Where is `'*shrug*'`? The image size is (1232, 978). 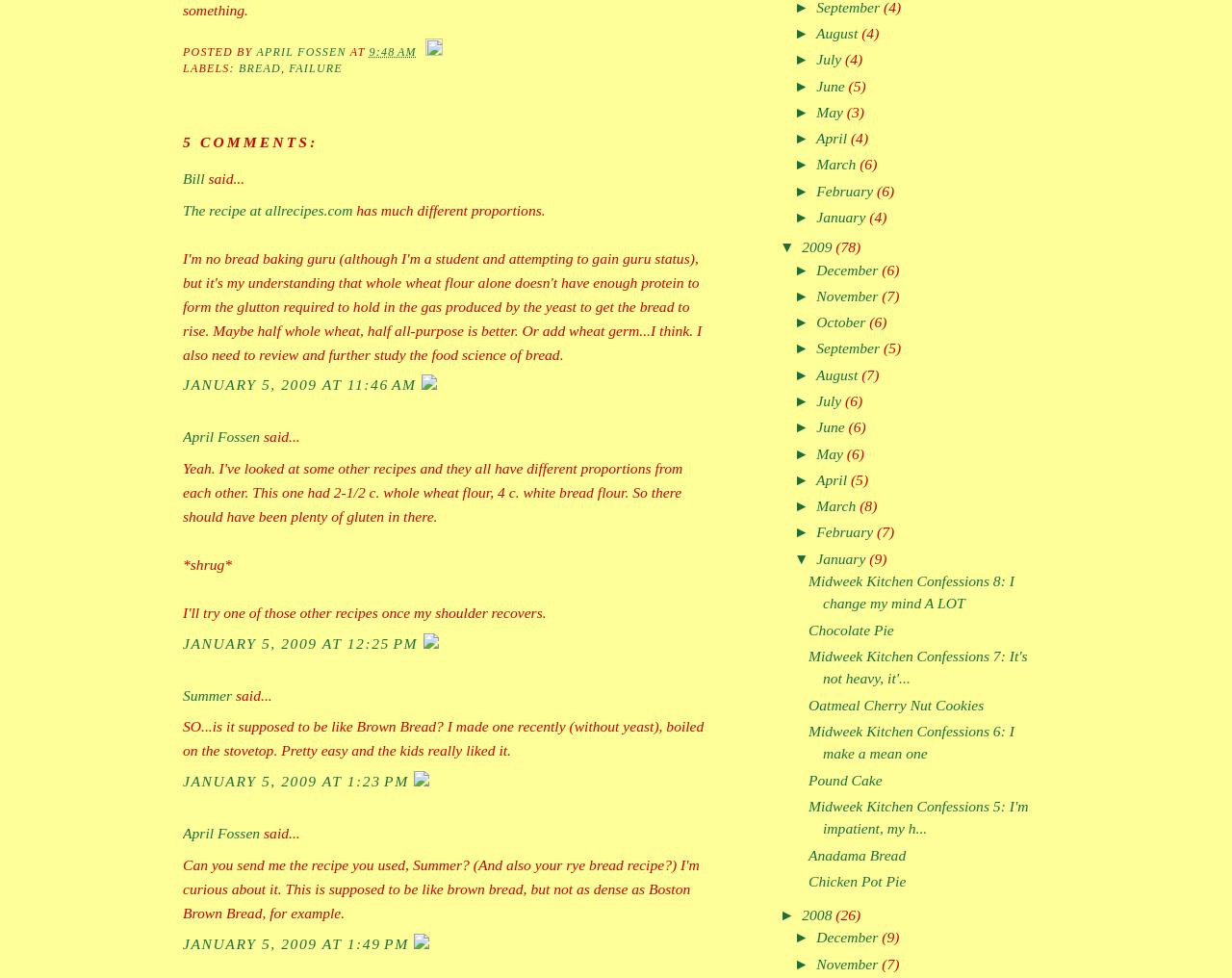 '*shrug*' is located at coordinates (207, 564).